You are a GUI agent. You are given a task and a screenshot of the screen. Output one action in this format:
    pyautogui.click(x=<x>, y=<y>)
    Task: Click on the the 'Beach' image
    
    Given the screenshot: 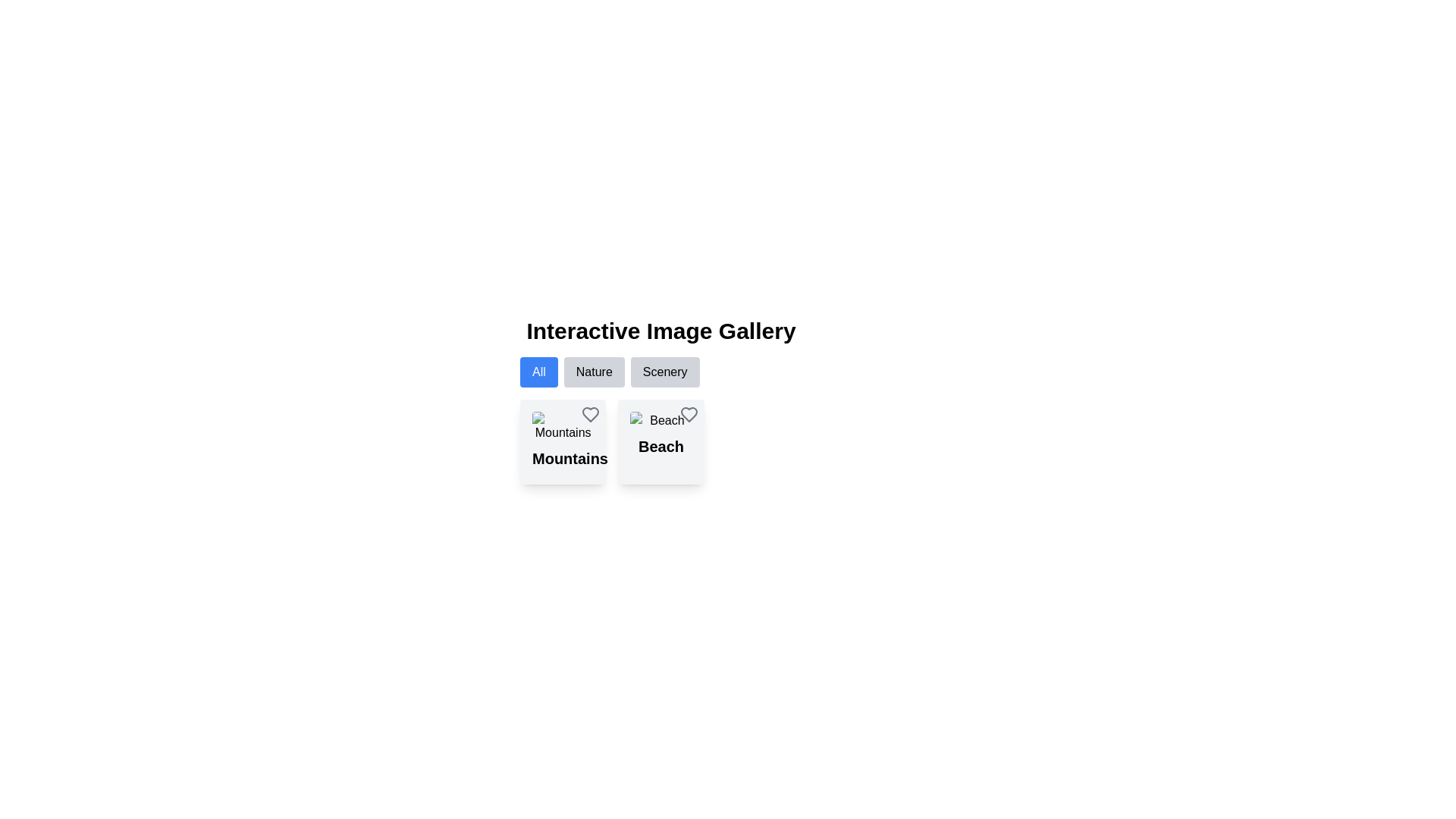 What is the action you would take?
    pyautogui.click(x=661, y=421)
    